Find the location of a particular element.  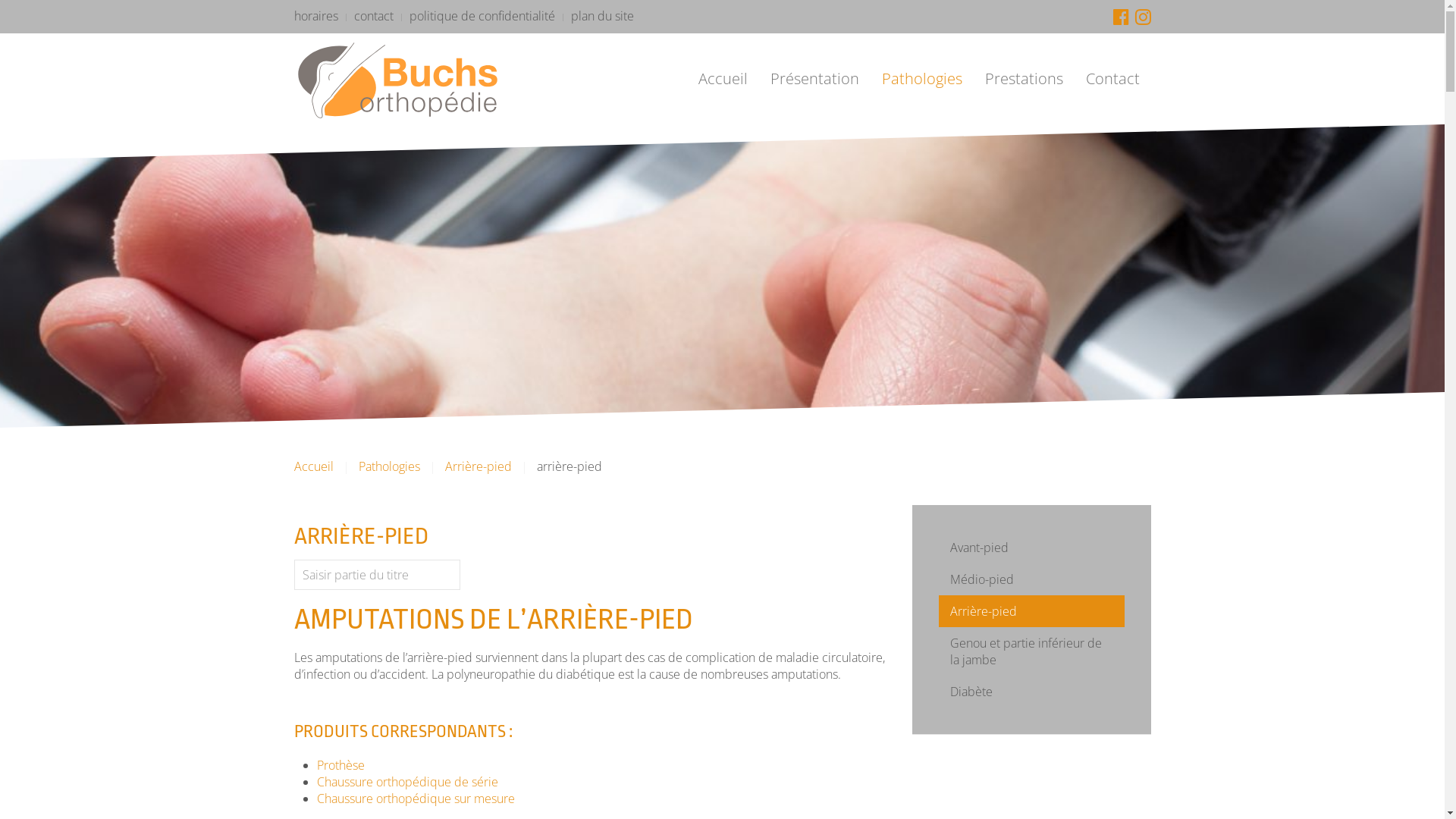

'Pathologies' is located at coordinates (921, 79).